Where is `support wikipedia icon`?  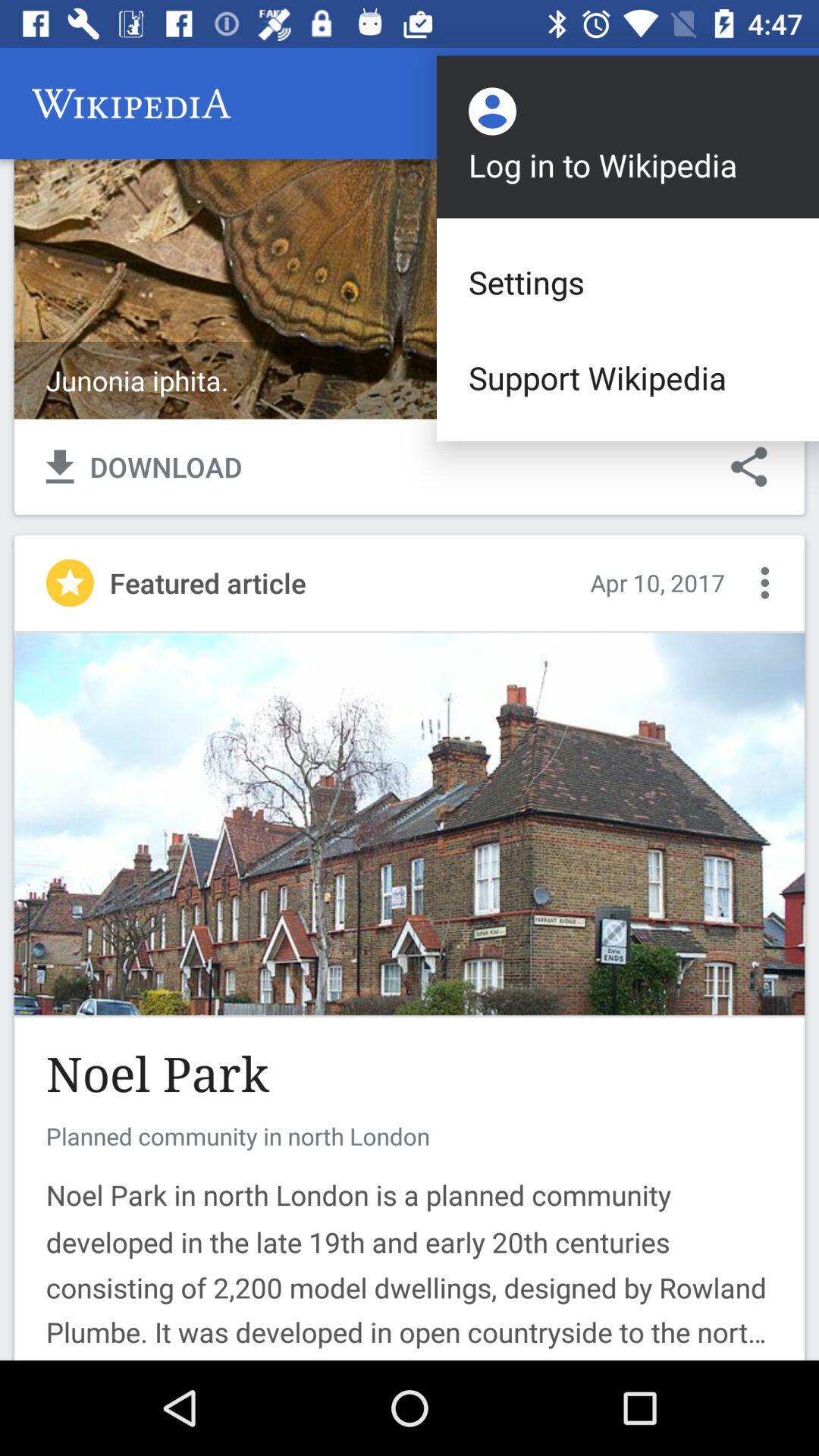 support wikipedia icon is located at coordinates (628, 378).